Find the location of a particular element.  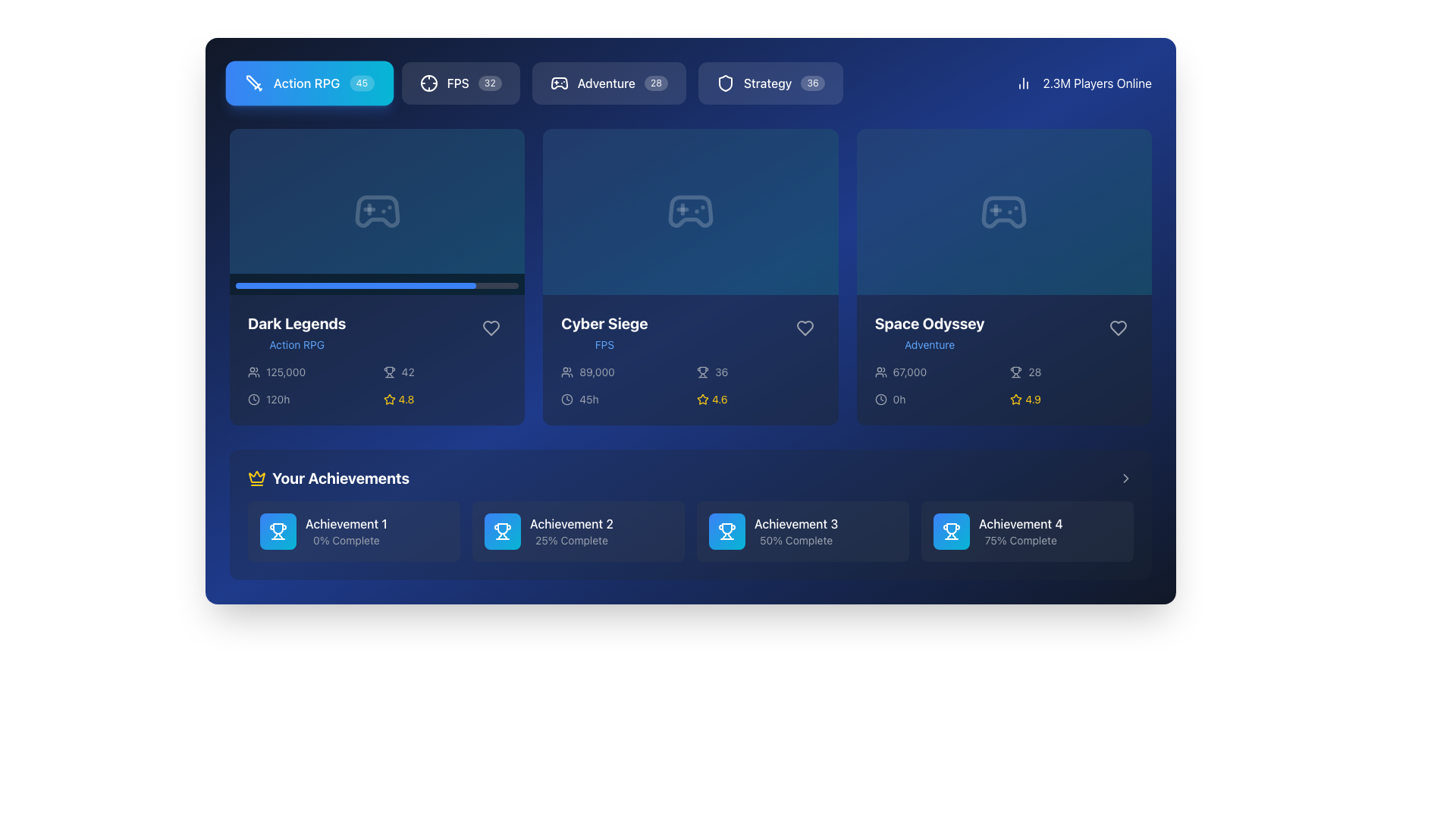

the text element 'Achievement 2' styled in white font within the 'Your Achievements' section, located above the '25% Complete' text is located at coordinates (570, 522).